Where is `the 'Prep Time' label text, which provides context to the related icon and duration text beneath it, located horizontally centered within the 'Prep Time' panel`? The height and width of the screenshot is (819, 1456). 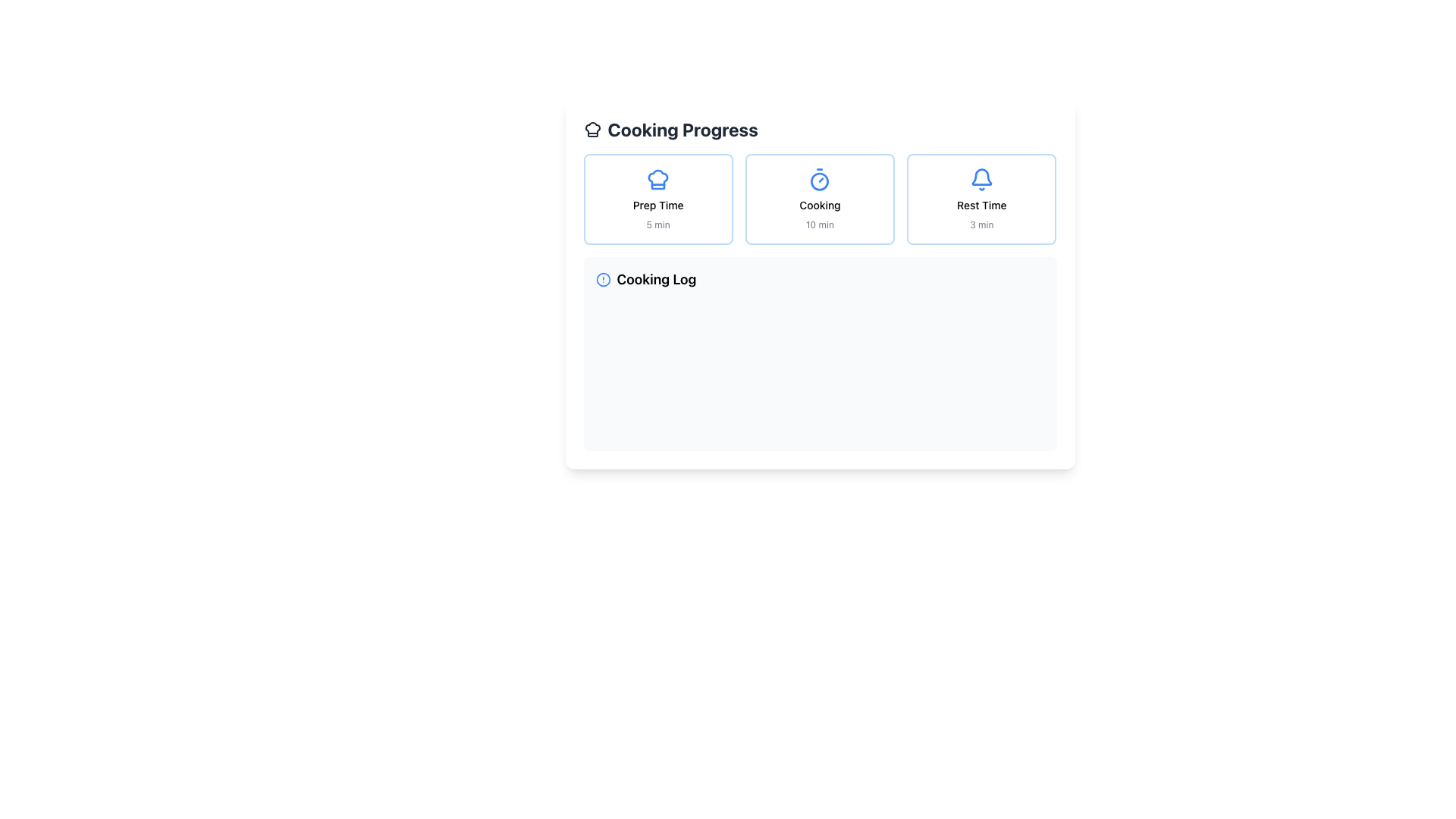 the 'Prep Time' label text, which provides context to the related icon and duration text beneath it, located horizontally centered within the 'Prep Time' panel is located at coordinates (658, 205).